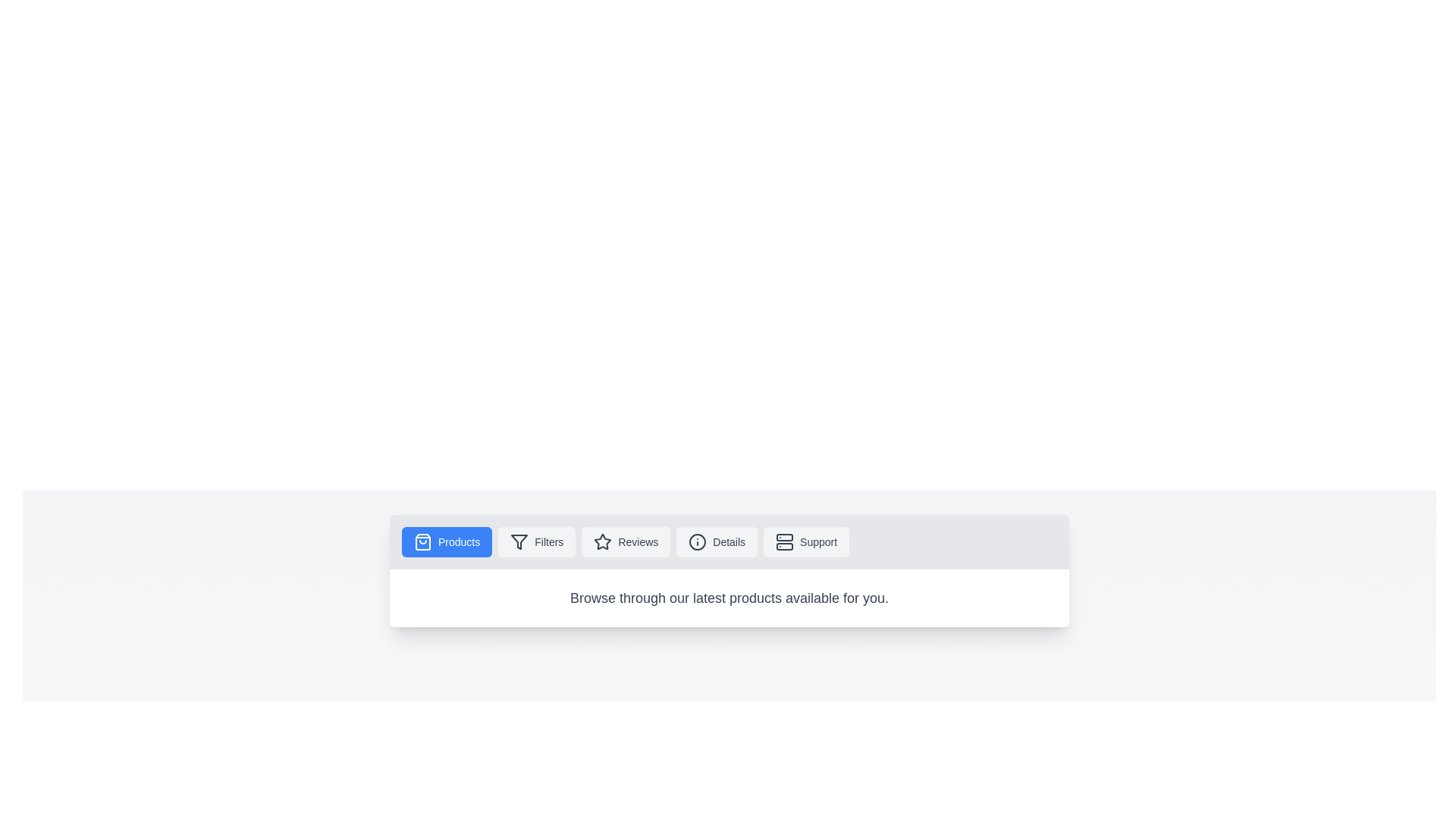 The image size is (1456, 819). What do you see at coordinates (446, 541) in the screenshot?
I see `the Products tab by clicking on its button` at bounding box center [446, 541].